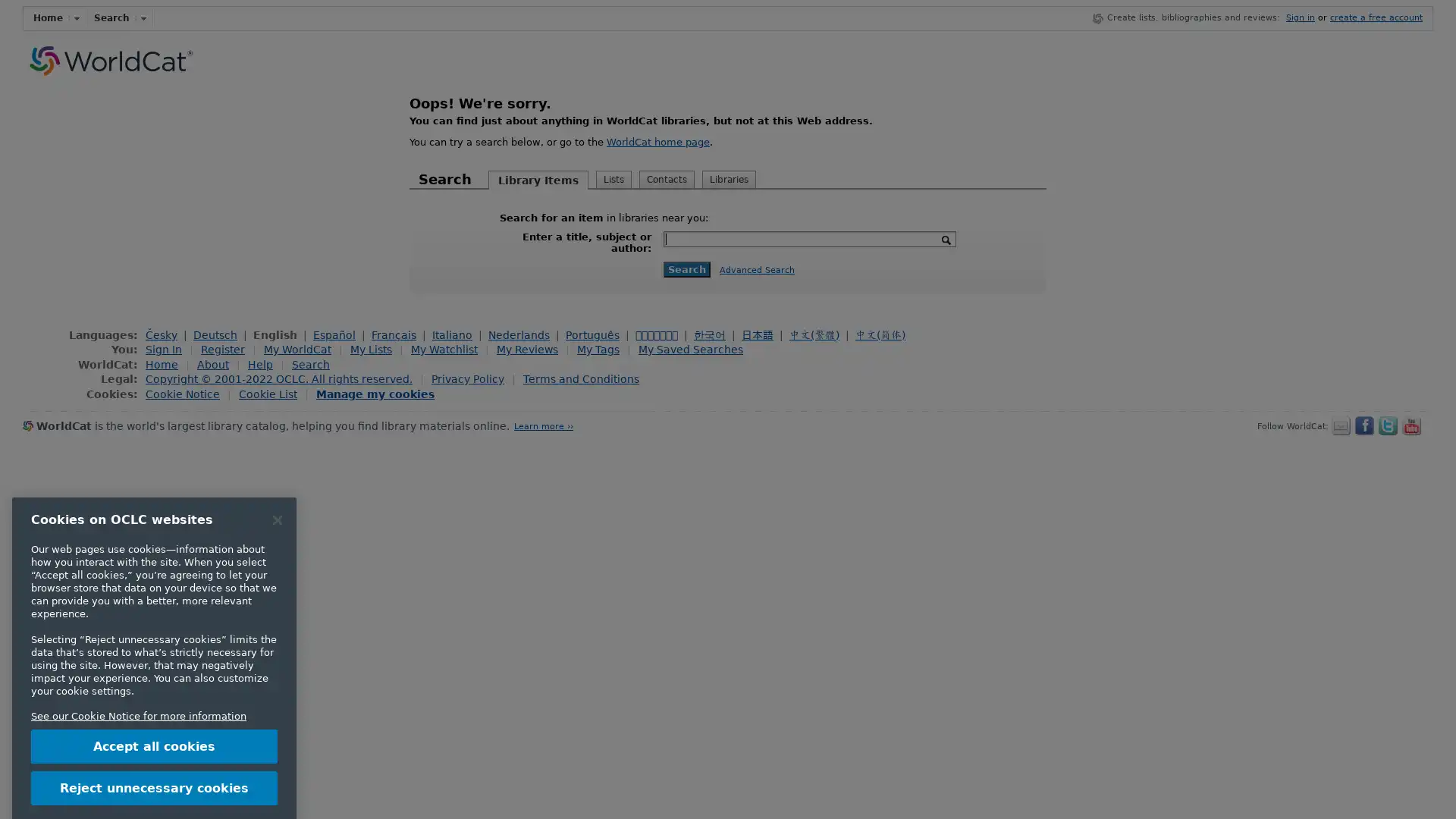 The height and width of the screenshot is (819, 1456). I want to click on Search, so click(686, 268).